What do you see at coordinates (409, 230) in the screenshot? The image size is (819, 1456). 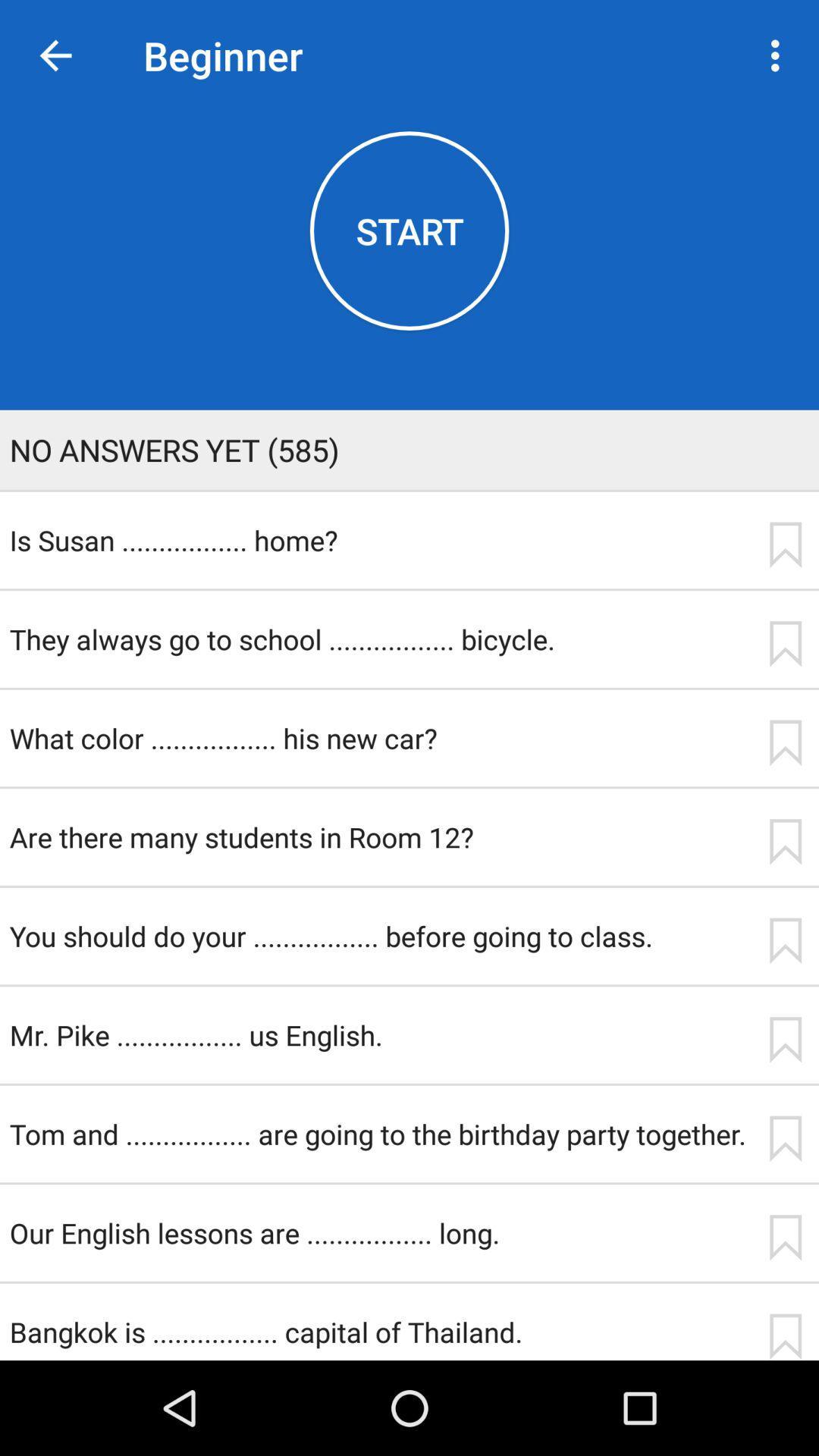 I see `start icon` at bounding box center [409, 230].